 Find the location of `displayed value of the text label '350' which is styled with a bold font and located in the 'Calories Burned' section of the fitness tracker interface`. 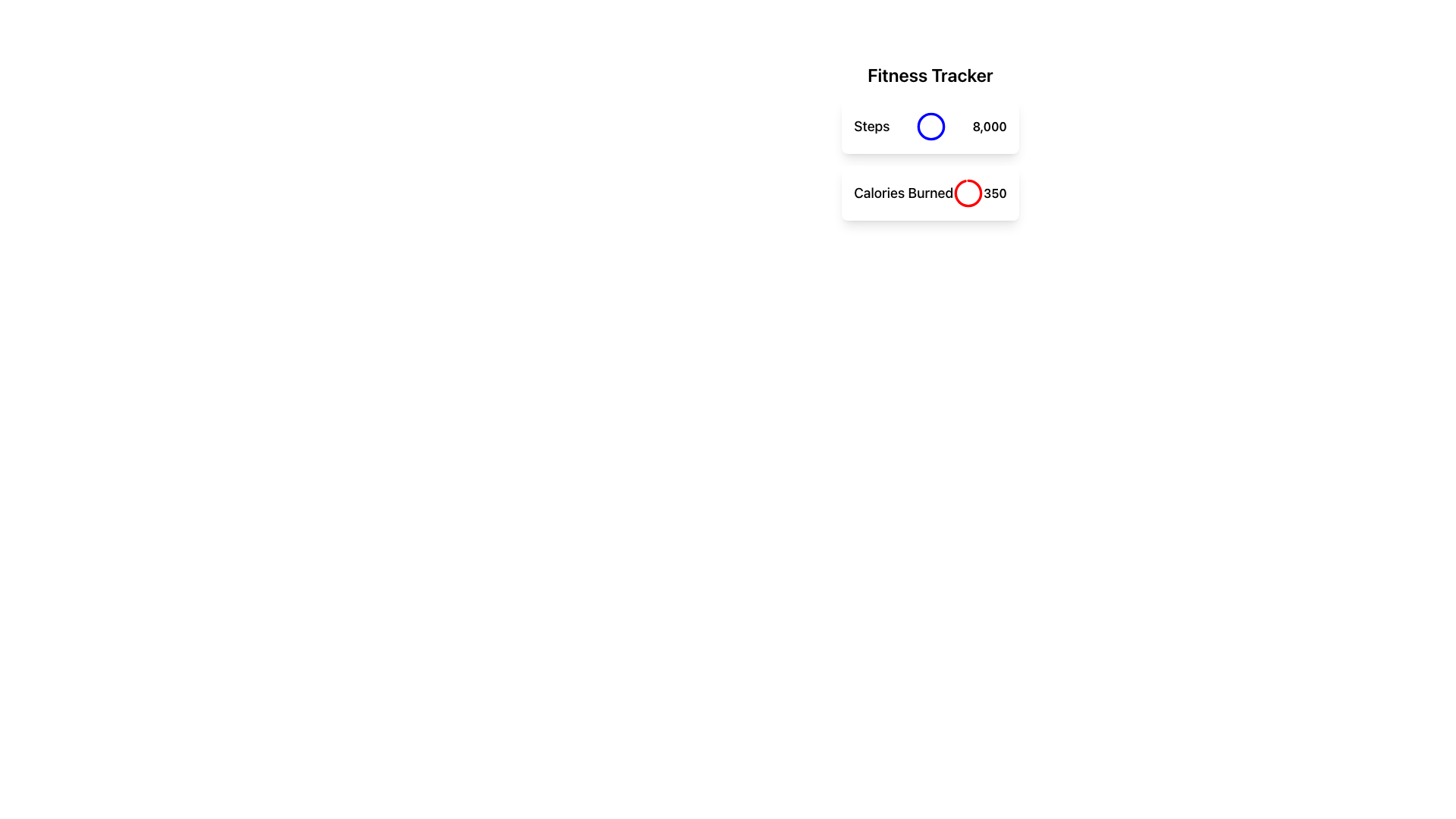

displayed value of the text label '350' which is styled with a bold font and located in the 'Calories Burned' section of the fitness tracker interface is located at coordinates (995, 192).